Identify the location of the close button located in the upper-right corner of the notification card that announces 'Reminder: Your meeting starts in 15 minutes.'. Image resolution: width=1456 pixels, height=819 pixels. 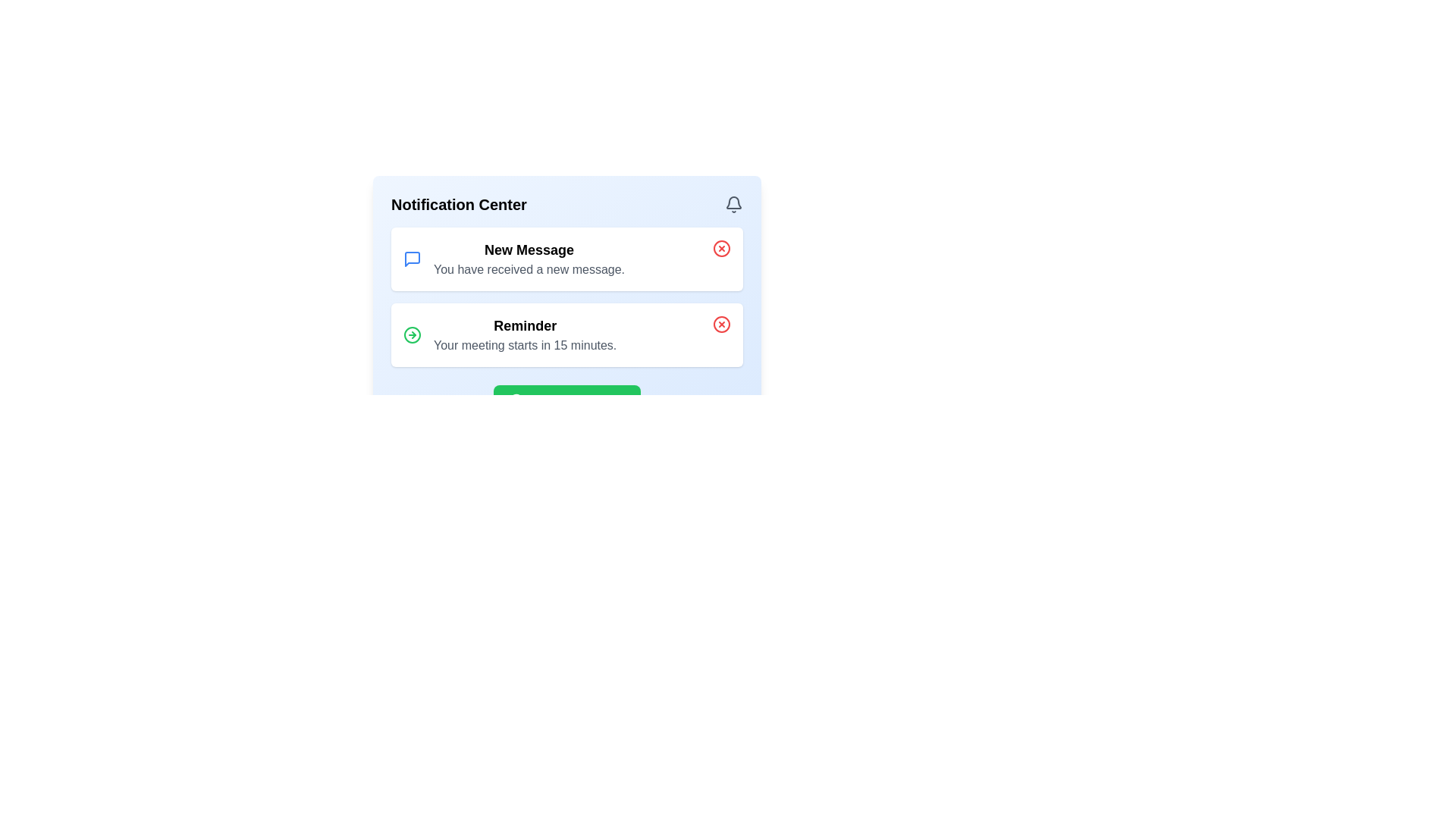
(720, 324).